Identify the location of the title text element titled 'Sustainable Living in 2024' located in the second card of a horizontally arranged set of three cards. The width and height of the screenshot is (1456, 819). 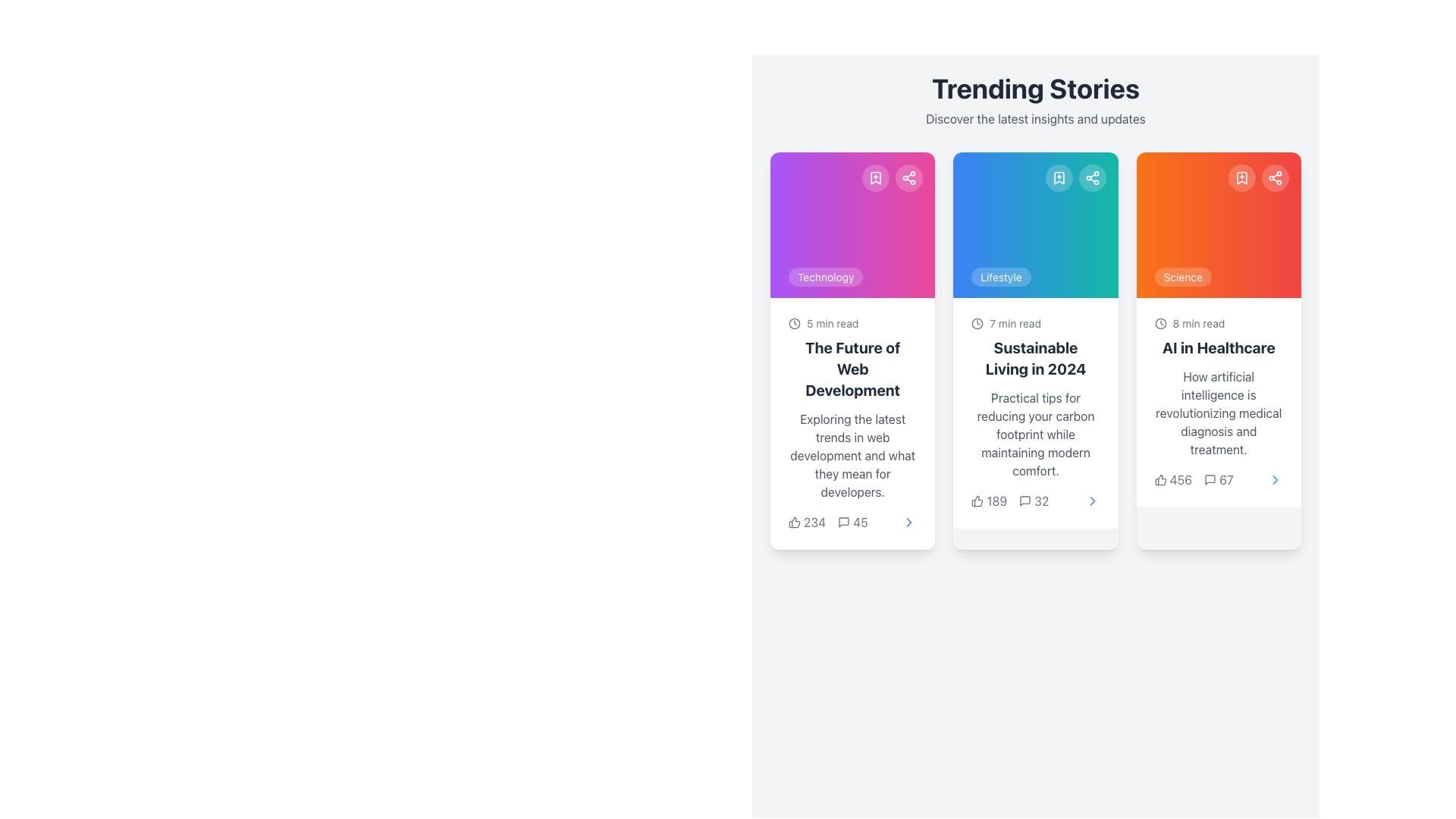
(1035, 359).